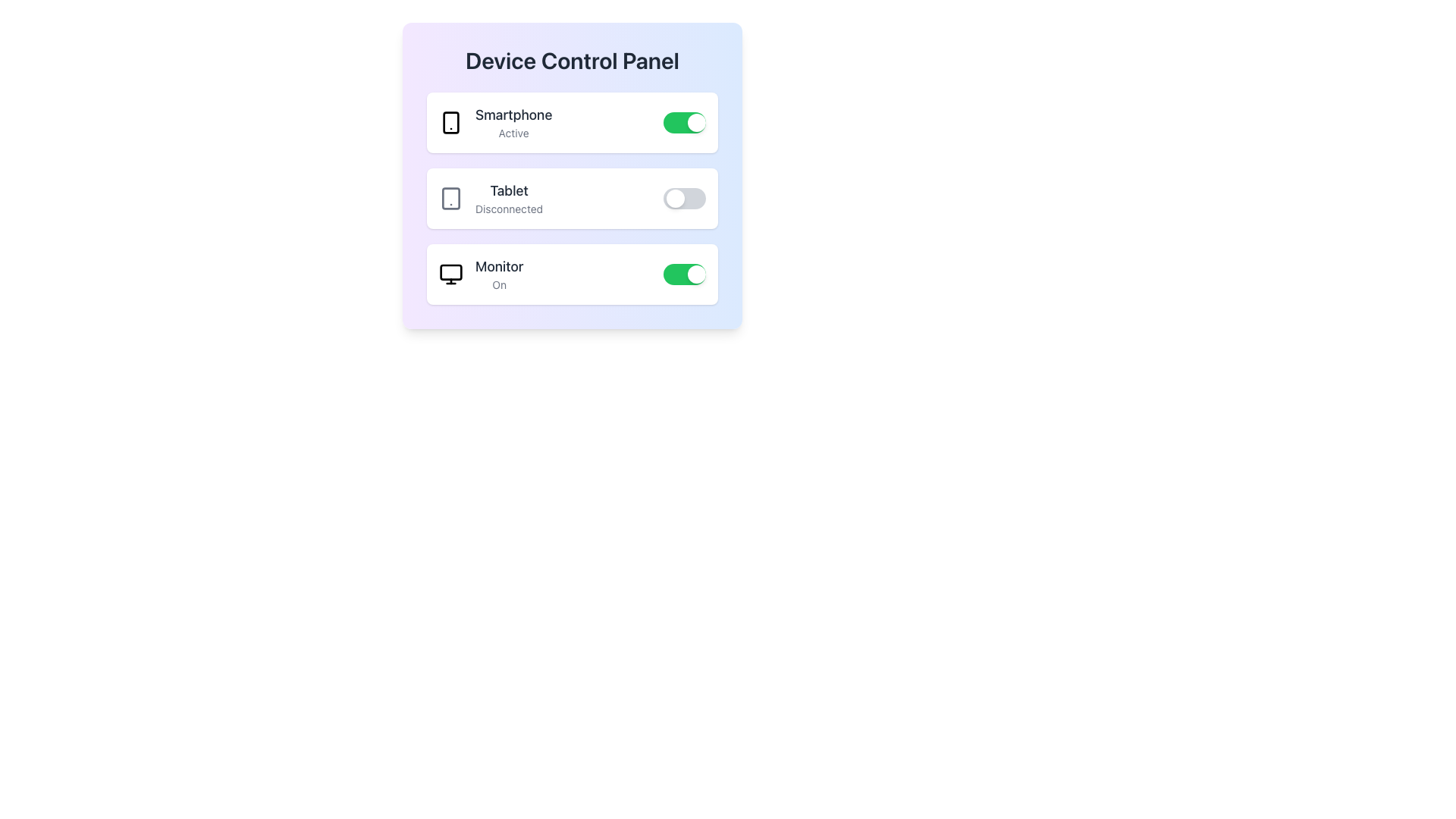 The width and height of the screenshot is (1456, 819). What do you see at coordinates (513, 122) in the screenshot?
I see `text content of the label displaying 'Smartphone' and 'Active', which is located in the first item of the vertically aligned list in the 'Device Control Panel'` at bounding box center [513, 122].